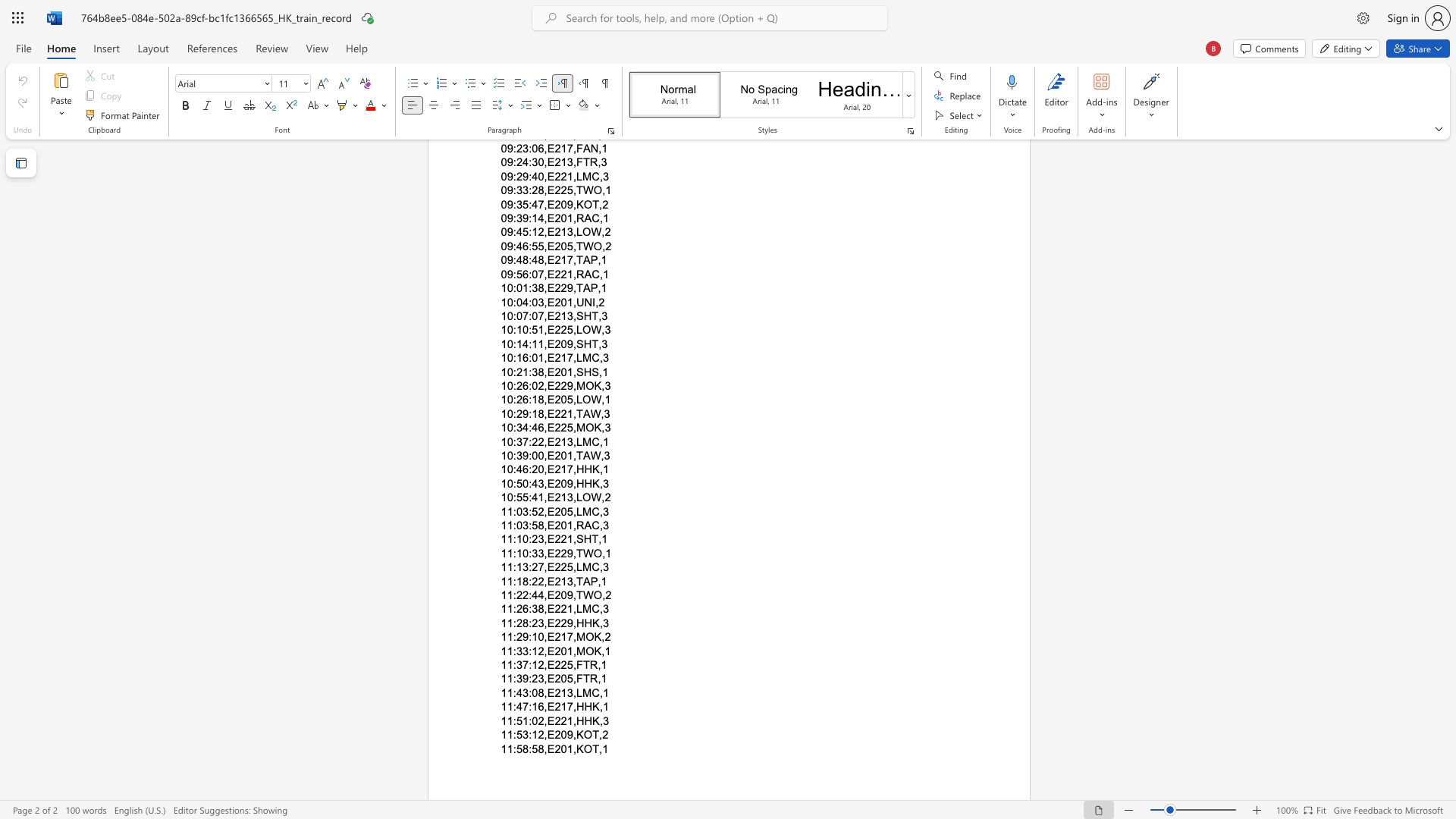 This screenshot has width=1456, height=819. What do you see at coordinates (538, 692) in the screenshot?
I see `the space between the continuous character "0" and "8" in the text` at bounding box center [538, 692].